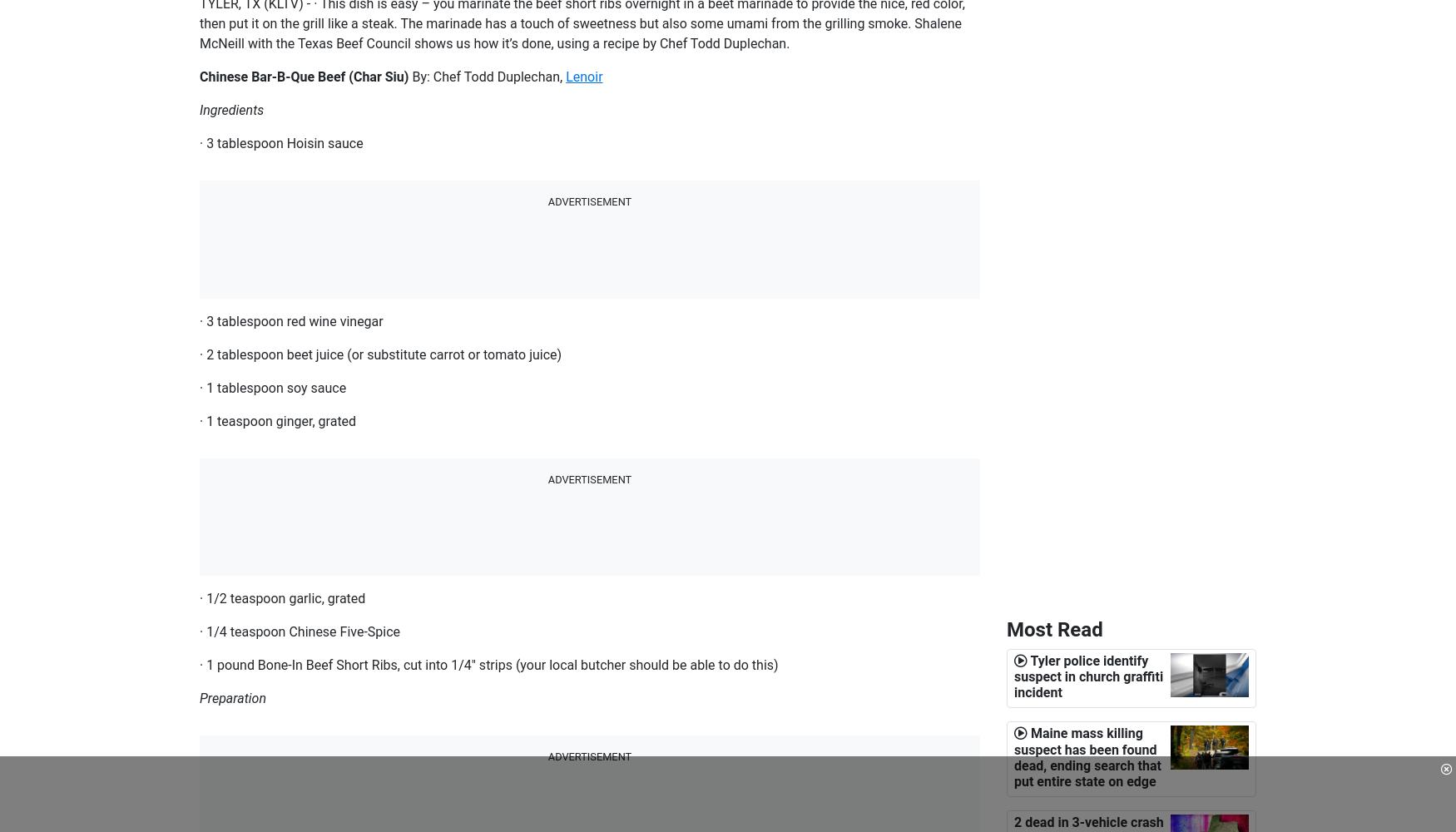 Image resolution: width=1456 pixels, height=832 pixels. I want to click on 'Tyler police identify suspect in church graffiti incident', so click(1087, 676).